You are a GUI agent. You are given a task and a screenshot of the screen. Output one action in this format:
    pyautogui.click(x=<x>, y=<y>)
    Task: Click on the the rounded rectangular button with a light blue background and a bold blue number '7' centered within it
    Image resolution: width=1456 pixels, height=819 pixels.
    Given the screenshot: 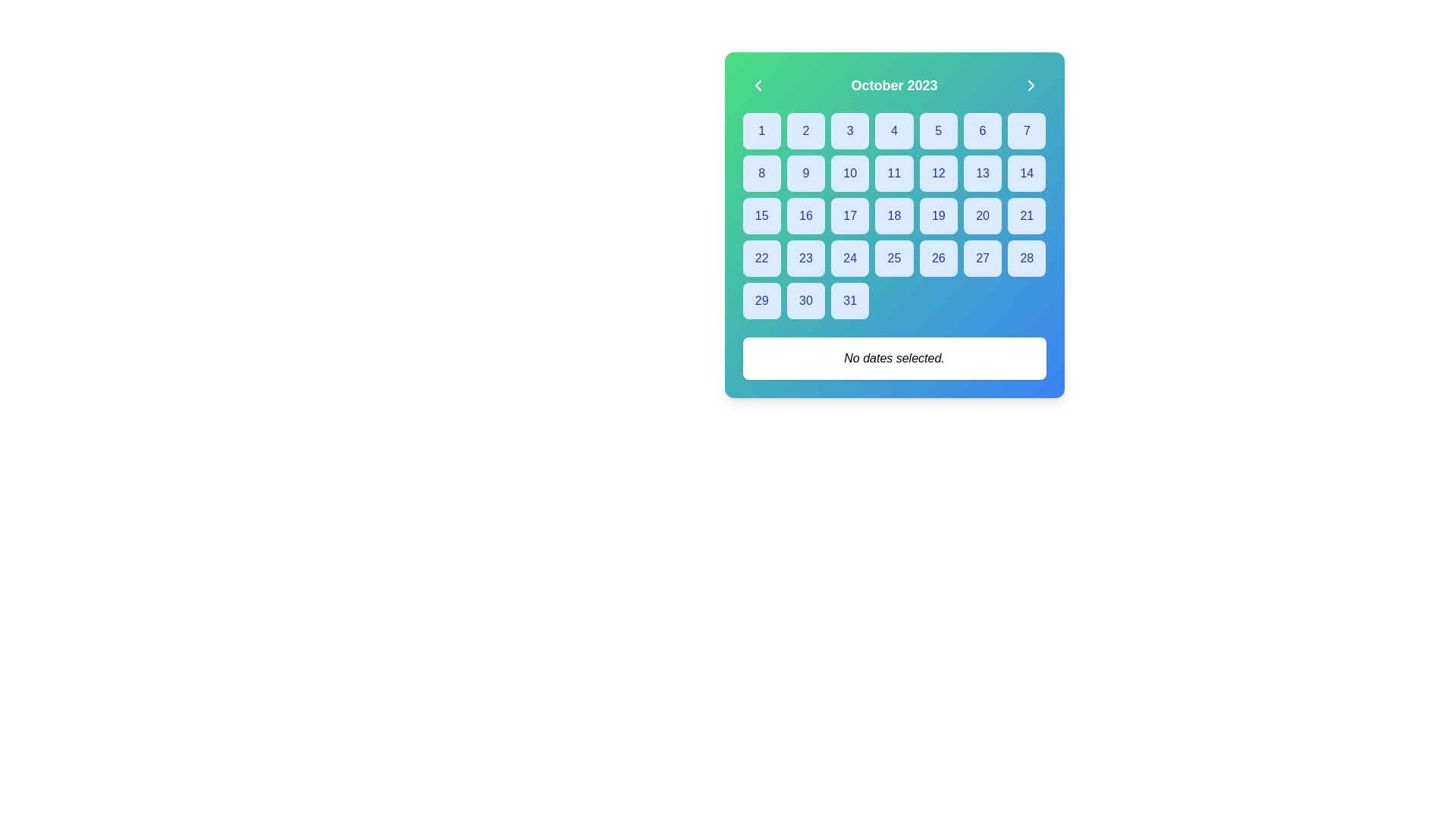 What is the action you would take?
    pyautogui.click(x=1027, y=130)
    